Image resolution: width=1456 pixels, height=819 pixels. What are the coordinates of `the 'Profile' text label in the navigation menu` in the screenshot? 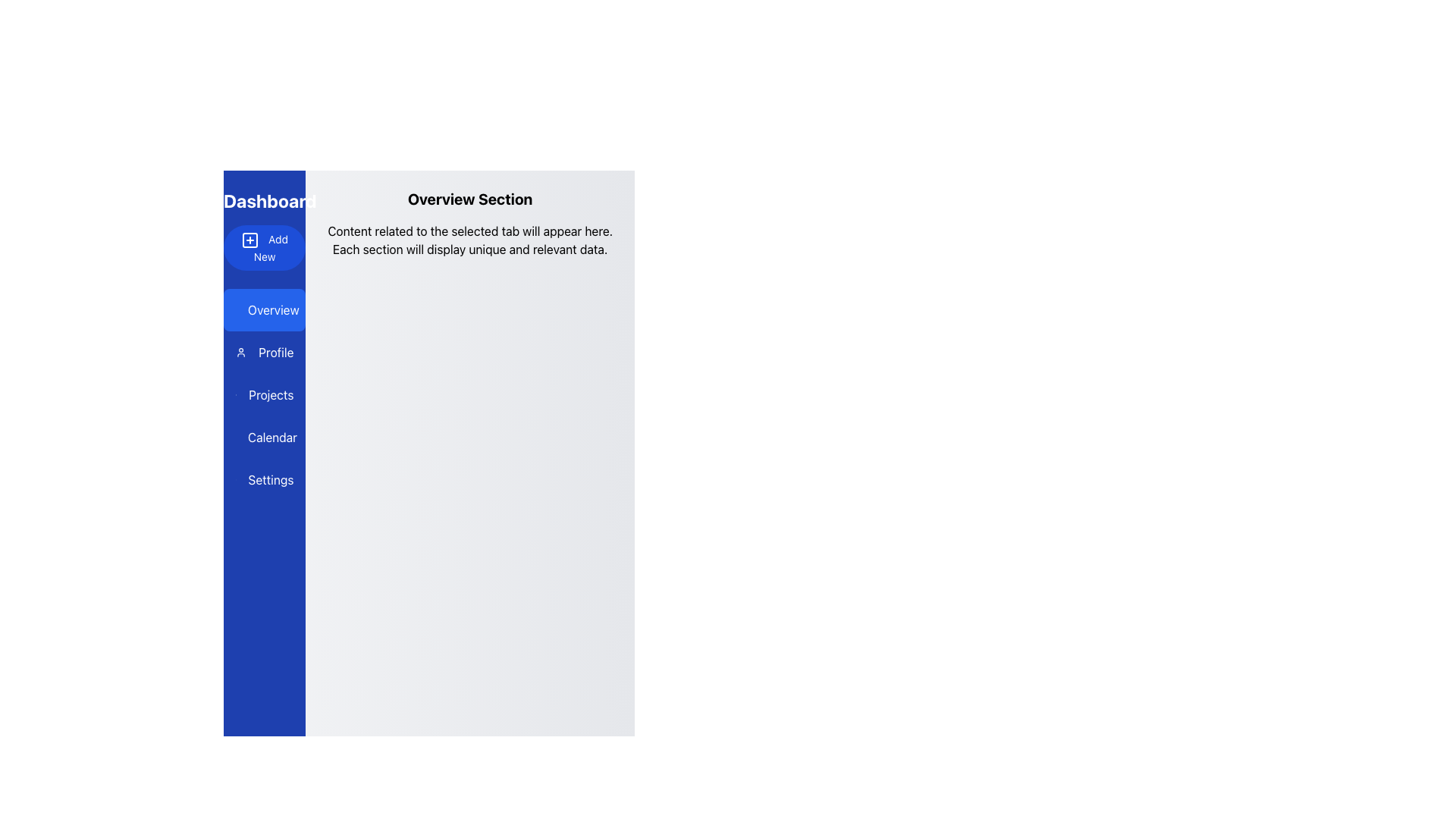 It's located at (276, 353).